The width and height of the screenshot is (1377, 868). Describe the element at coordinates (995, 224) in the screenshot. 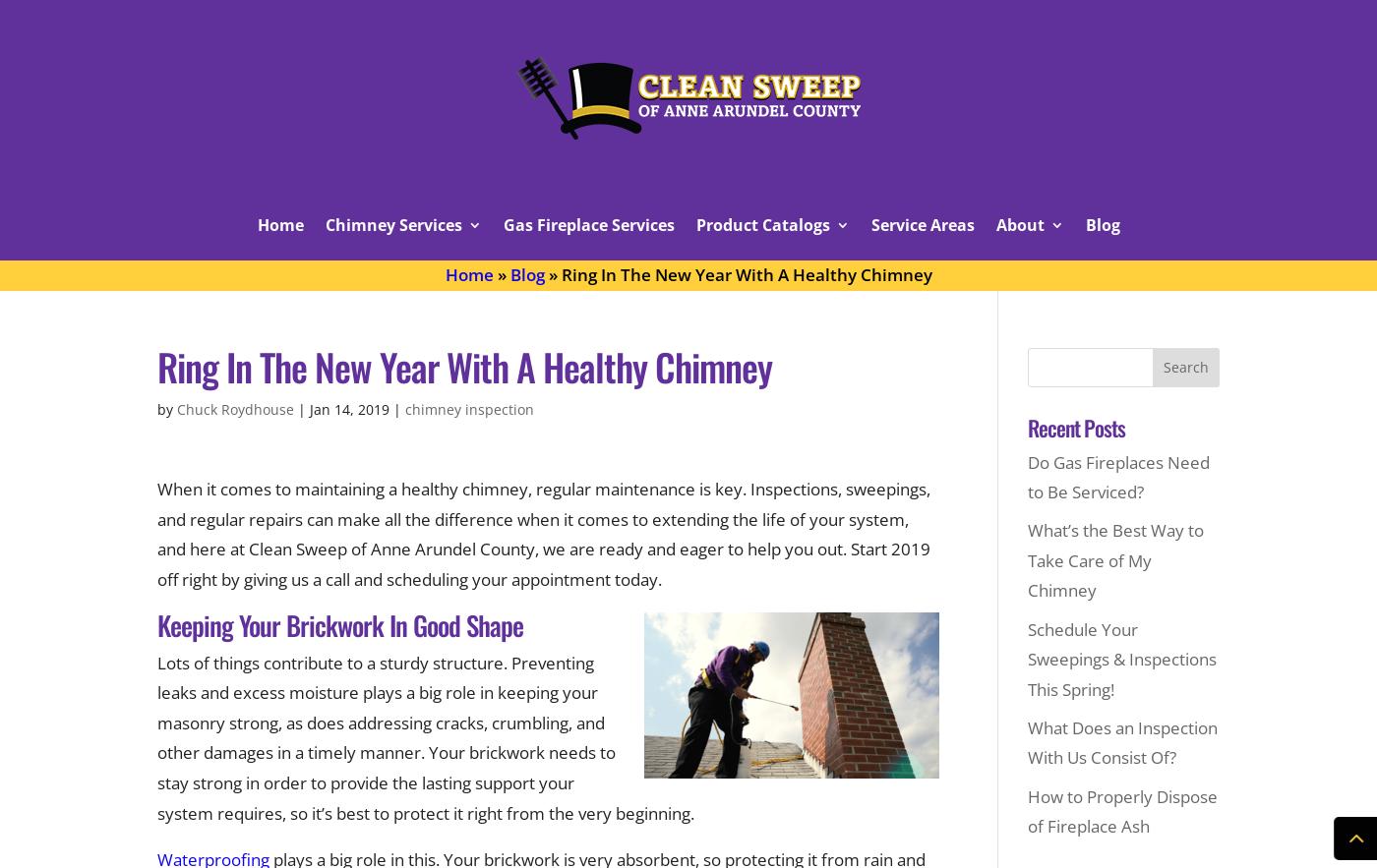

I see `'About'` at that location.